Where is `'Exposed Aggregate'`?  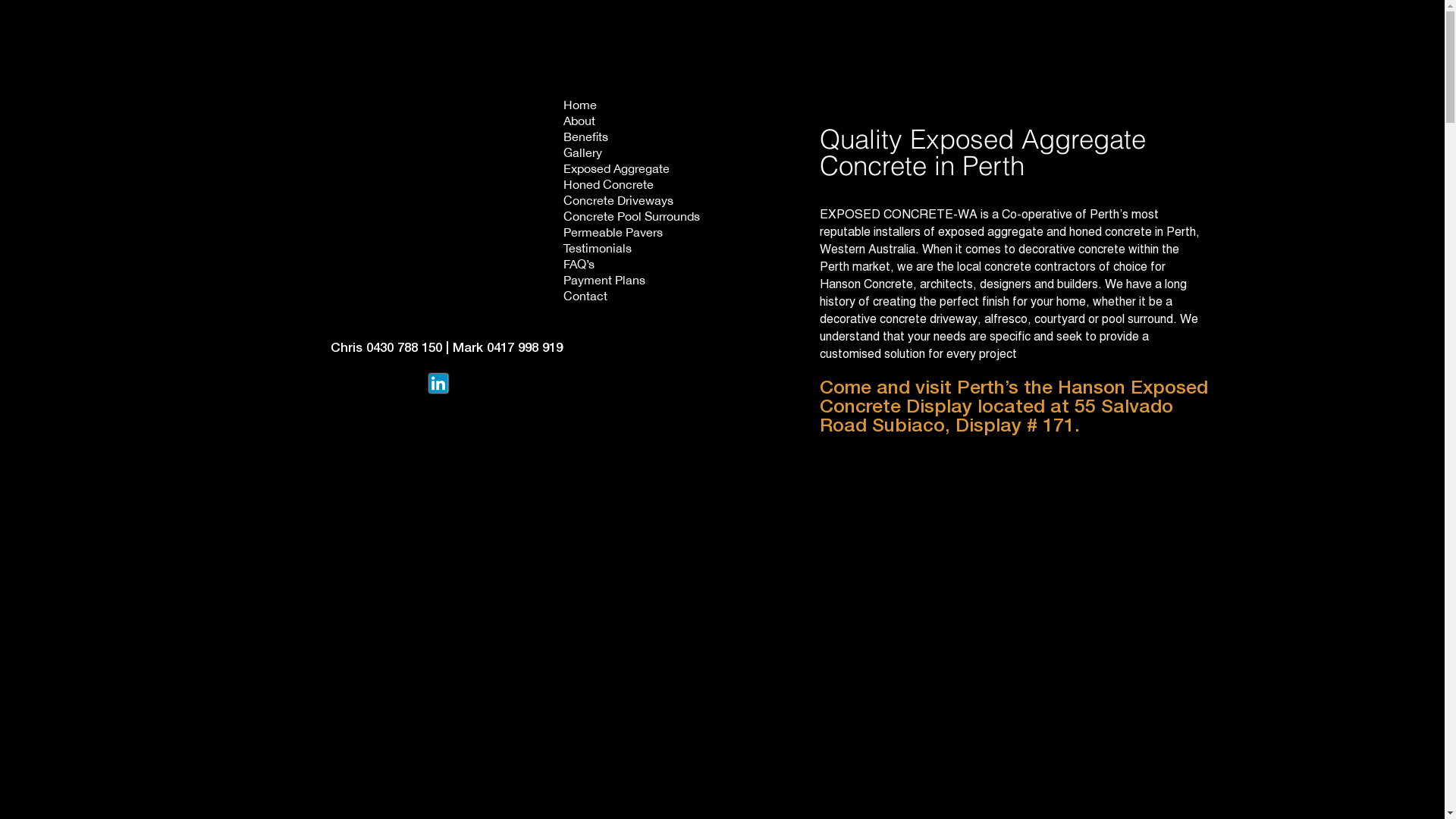 'Exposed Aggregate' is located at coordinates (632, 170).